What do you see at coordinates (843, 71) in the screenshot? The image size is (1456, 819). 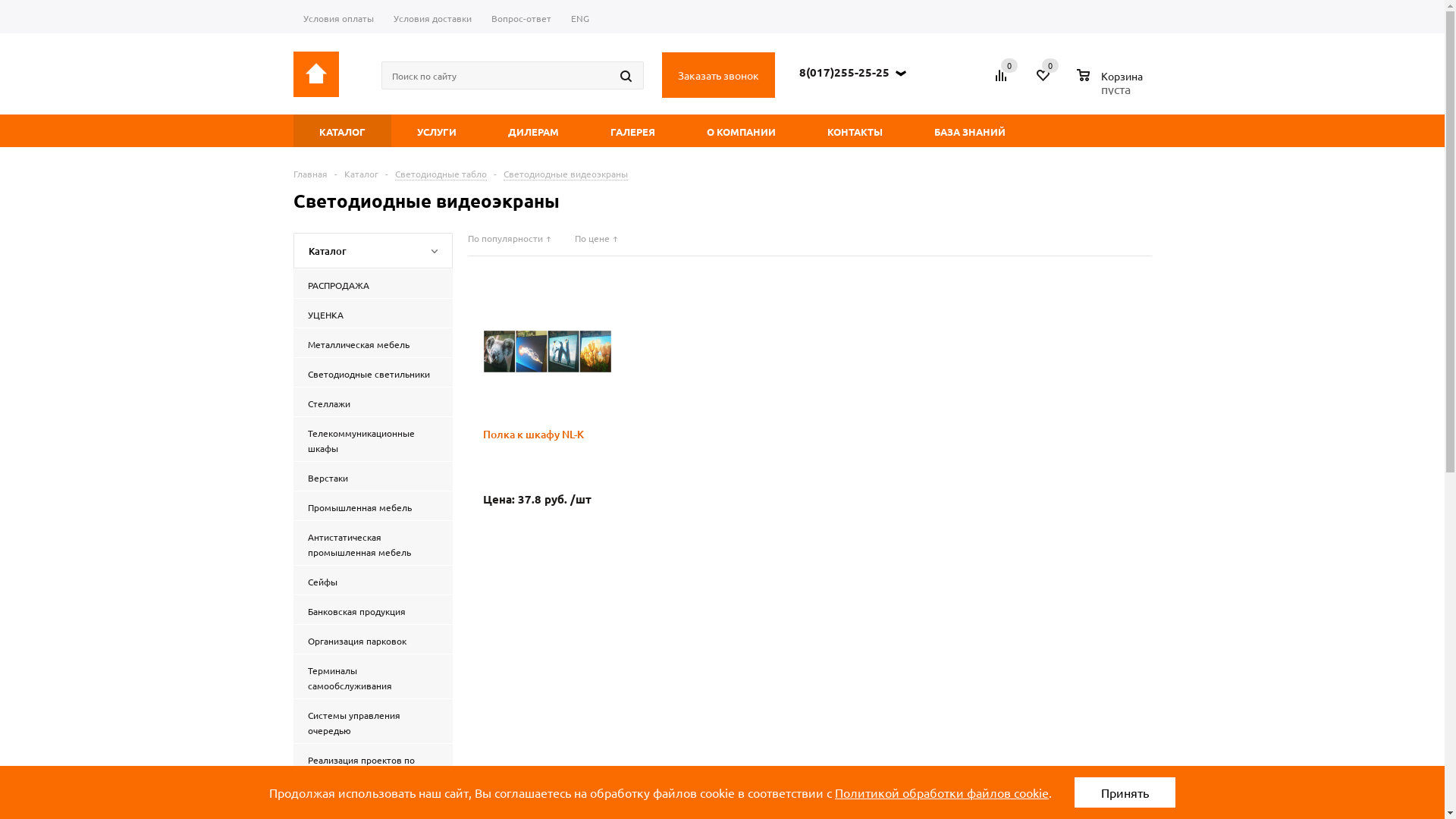 I see `'8(017)255-25-25'` at bounding box center [843, 71].